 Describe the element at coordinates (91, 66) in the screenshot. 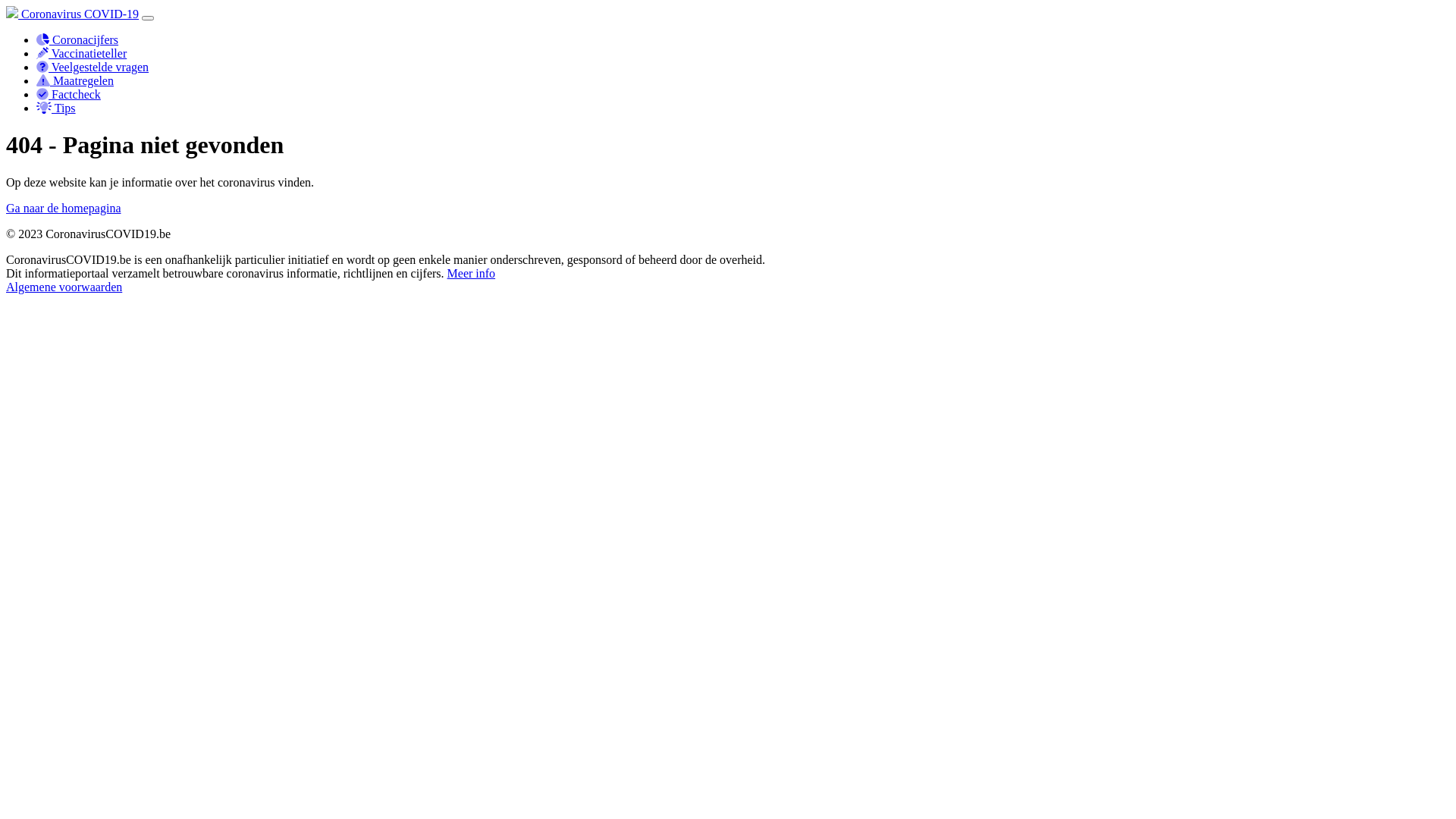

I see `'Veelgestelde vragen'` at that location.